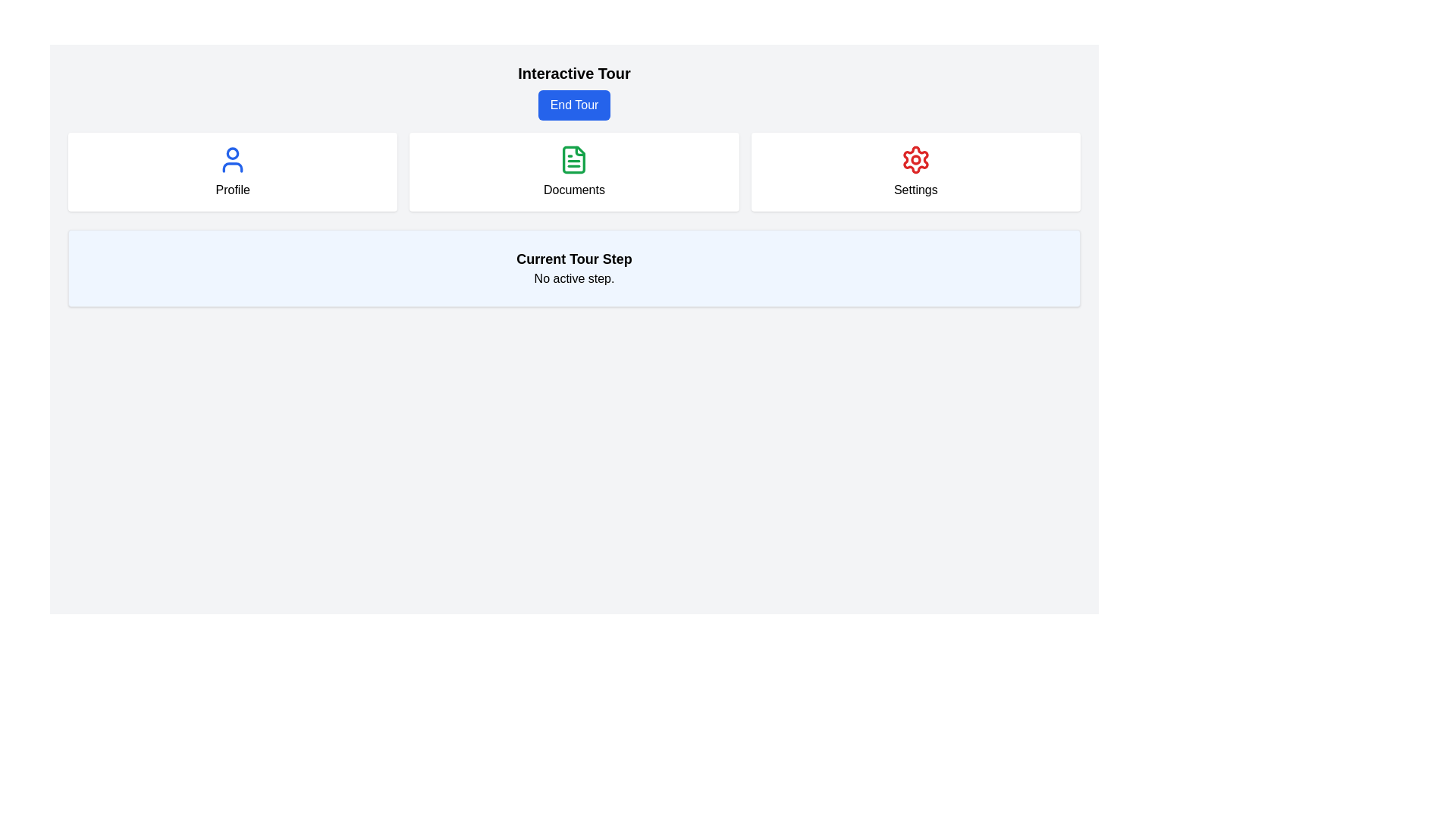  I want to click on the button that ends the interactive tour, located centrally below the 'Interactive Tour' text, so click(573, 104).